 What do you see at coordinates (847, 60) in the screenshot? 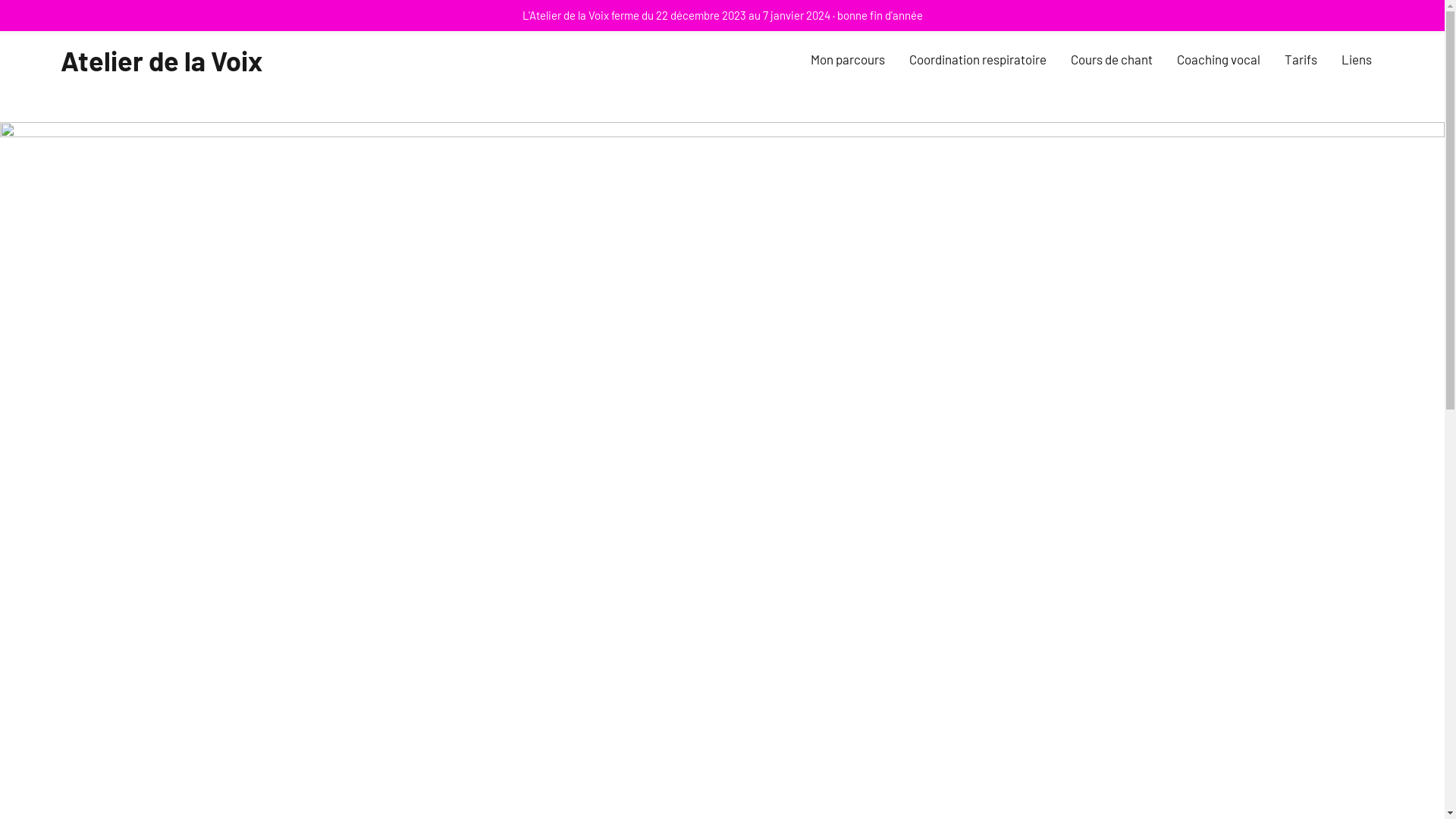
I see `'Mon parcours'` at bounding box center [847, 60].